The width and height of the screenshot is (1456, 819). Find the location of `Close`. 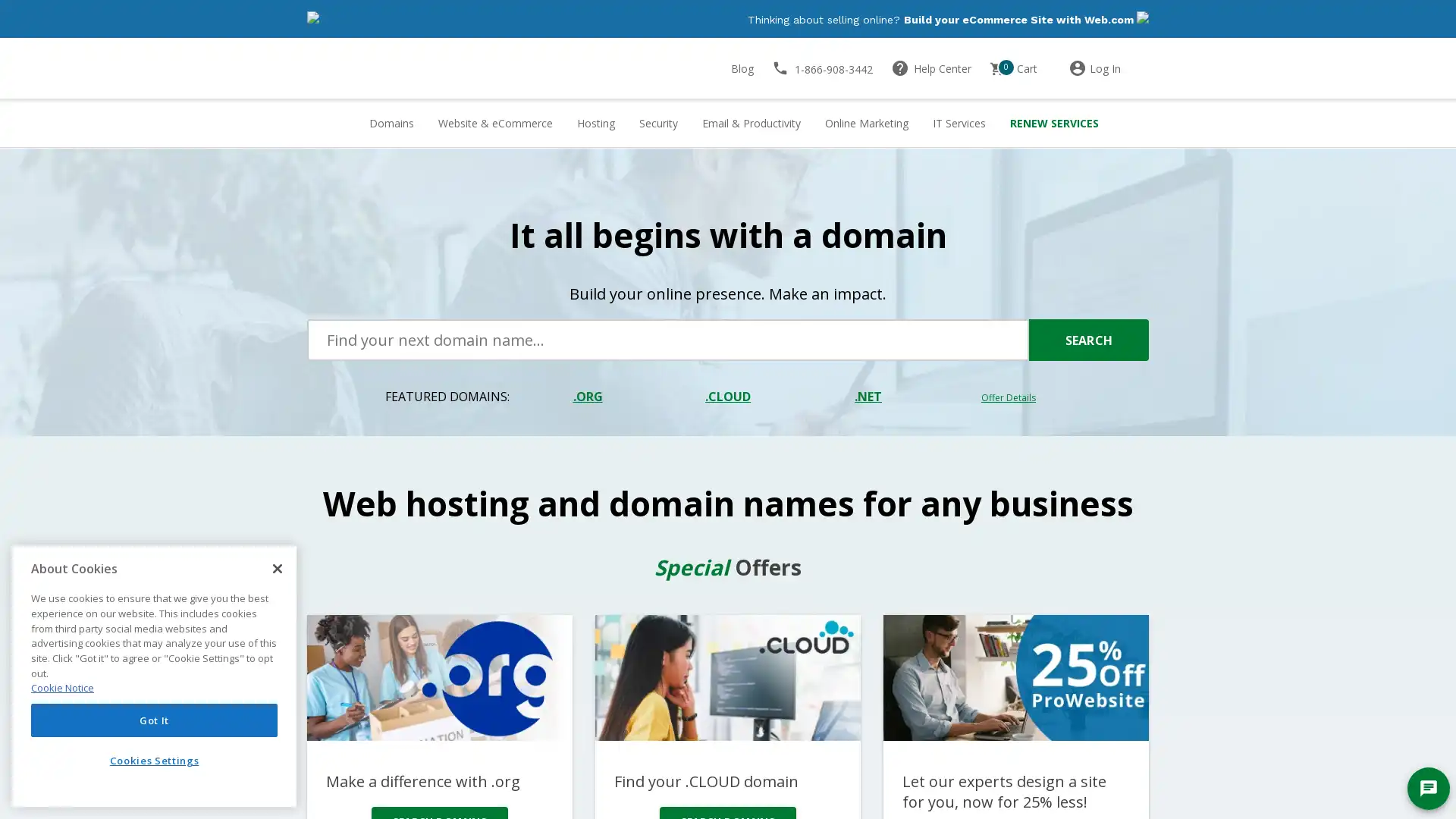

Close is located at coordinates (277, 568).